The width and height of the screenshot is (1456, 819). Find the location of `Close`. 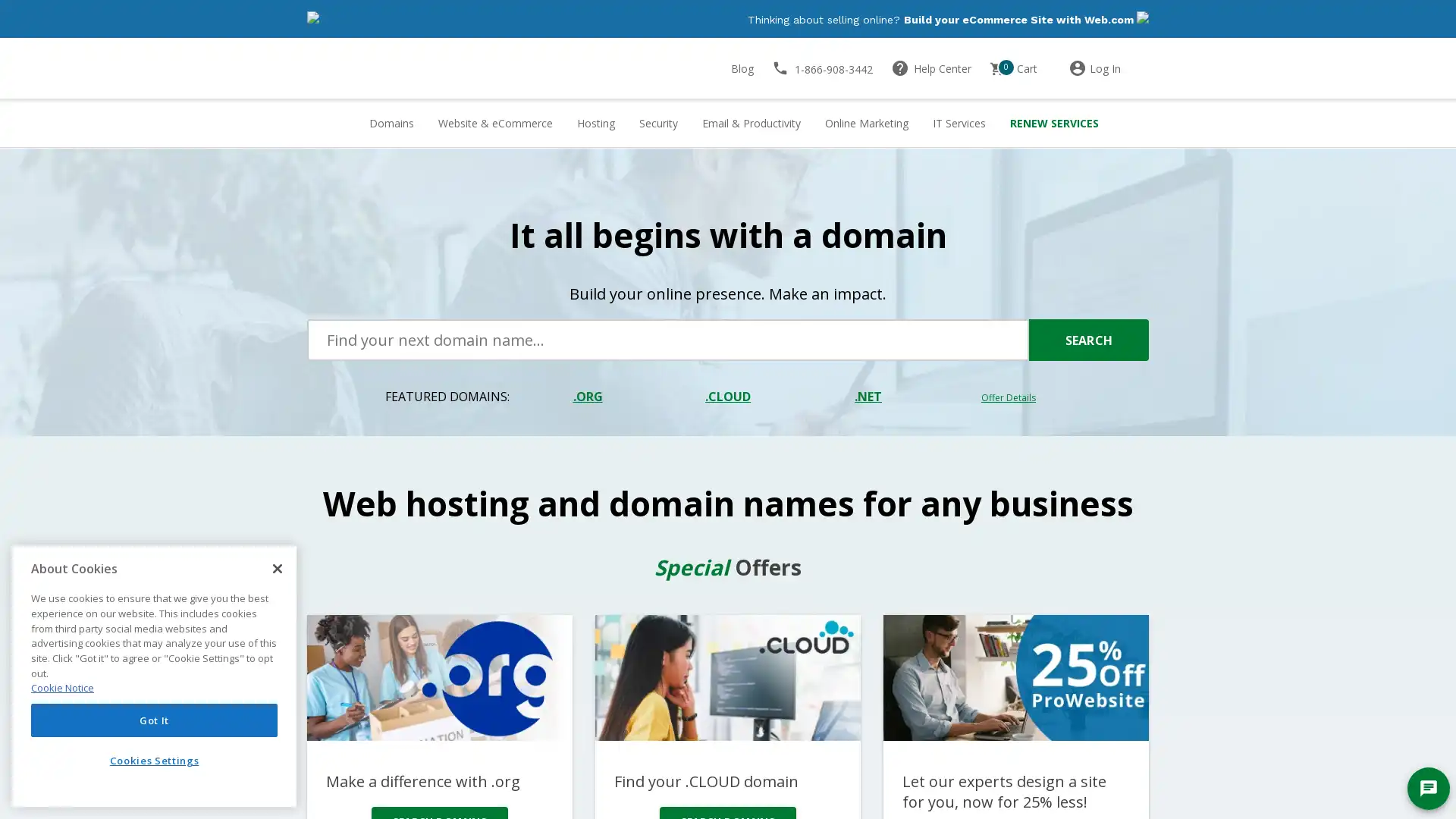

Close is located at coordinates (277, 568).